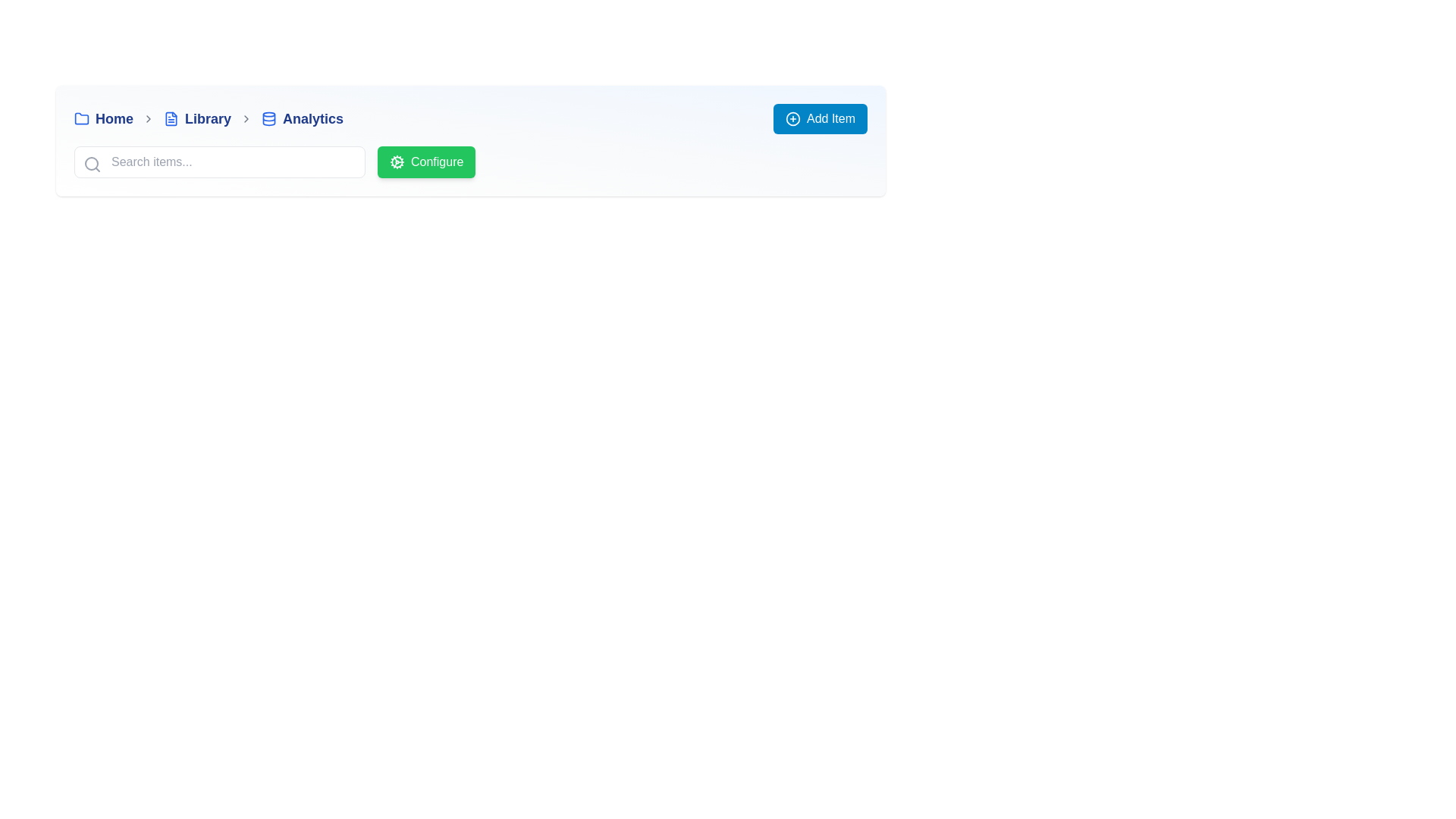 This screenshot has height=819, width=1456. What do you see at coordinates (397, 162) in the screenshot?
I see `the cogwheel icon located to the left within the 'Configure' button in the main toolbar` at bounding box center [397, 162].